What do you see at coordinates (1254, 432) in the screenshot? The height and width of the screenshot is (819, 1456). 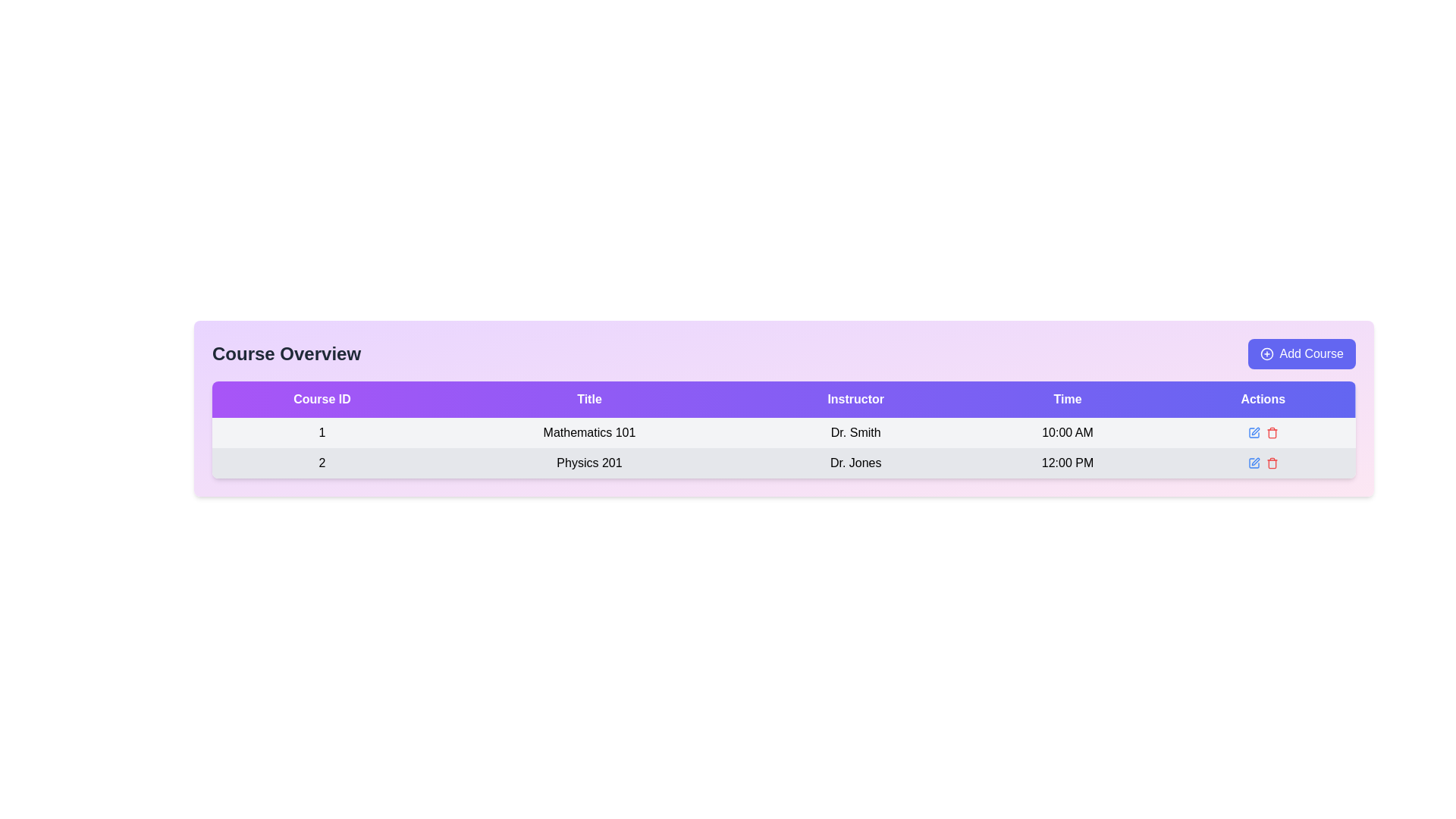 I see `the pen icon button in the 'Actions' column of the first row in the course table` at bounding box center [1254, 432].